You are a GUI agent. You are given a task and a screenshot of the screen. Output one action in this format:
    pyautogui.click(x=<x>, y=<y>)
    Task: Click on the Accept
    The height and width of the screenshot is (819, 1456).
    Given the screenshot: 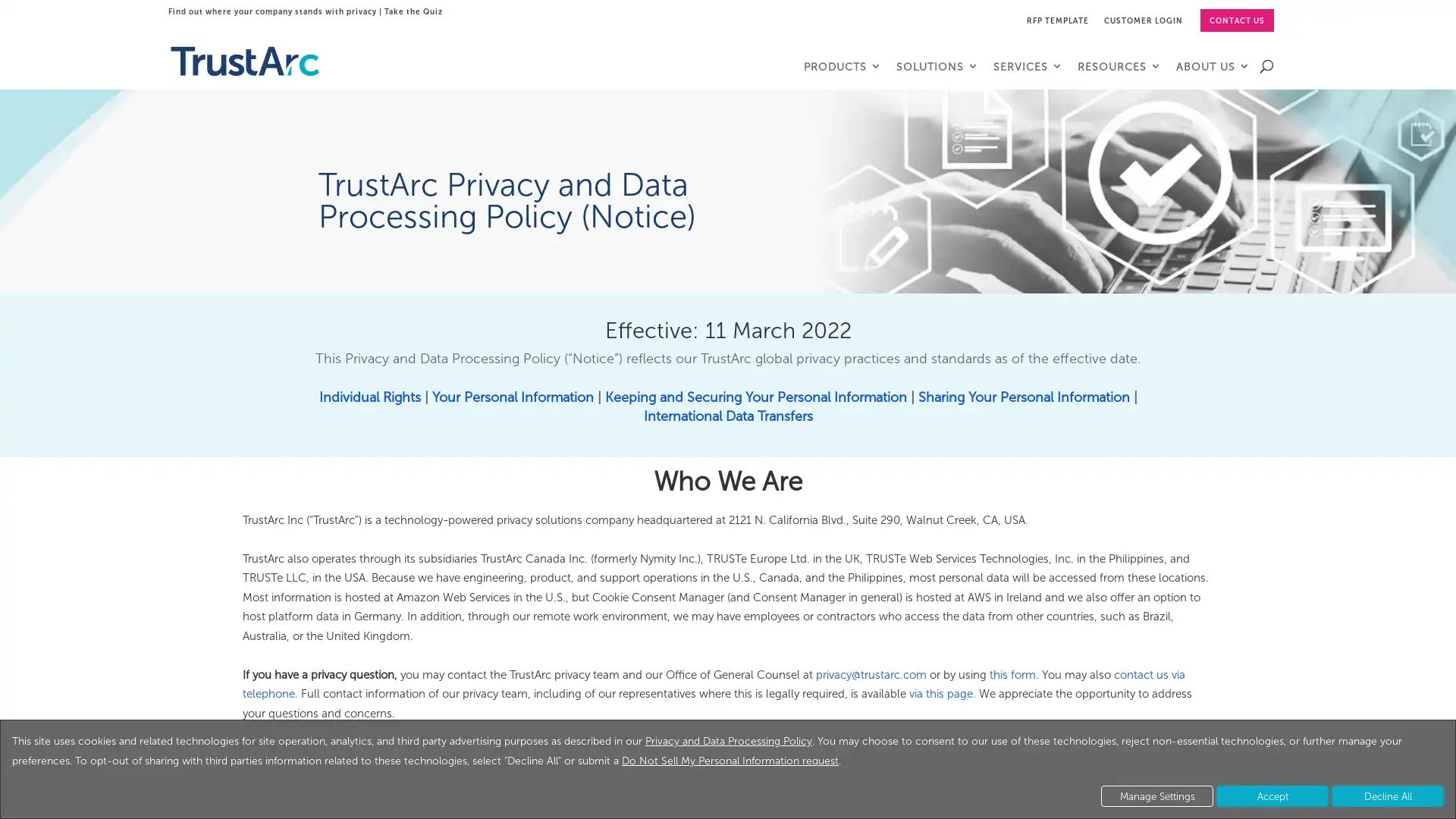 What is the action you would take?
    pyautogui.click(x=1272, y=795)
    